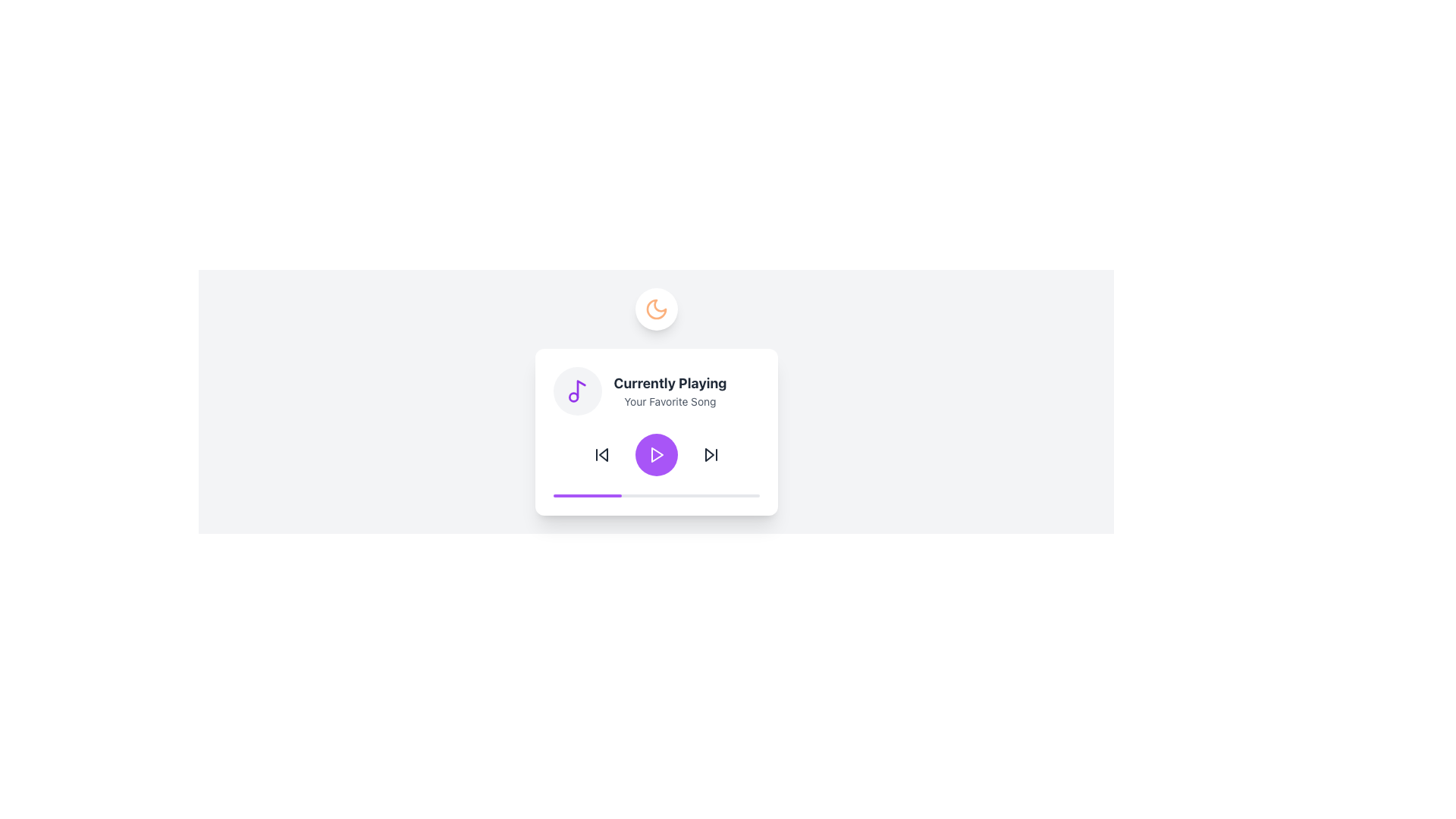  I want to click on the theme toggle button located centrally above the music player interface to switch between light and dark modes, so click(656, 309).